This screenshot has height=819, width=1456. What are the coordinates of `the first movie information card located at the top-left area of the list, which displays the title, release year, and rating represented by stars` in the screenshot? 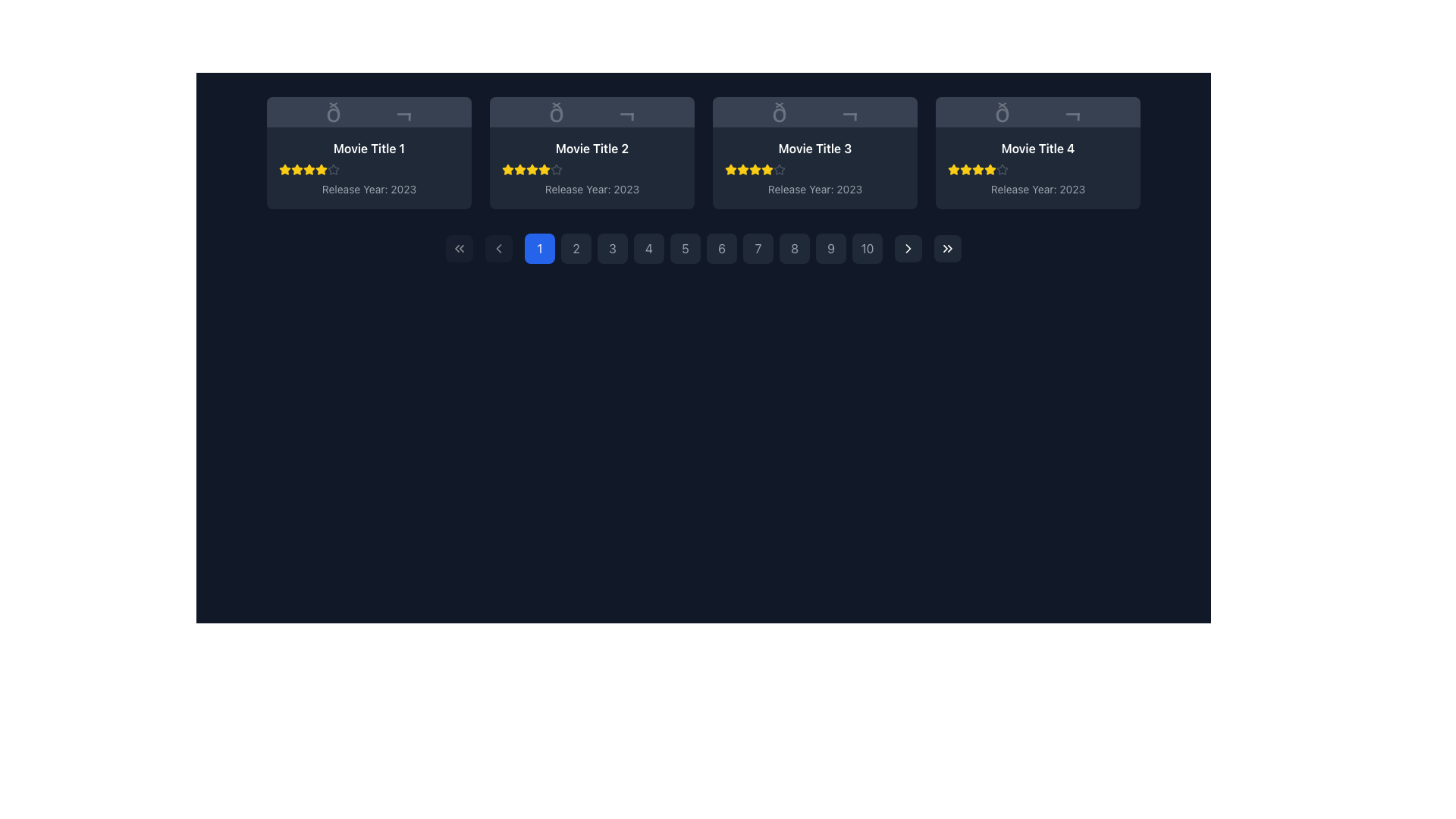 It's located at (369, 168).